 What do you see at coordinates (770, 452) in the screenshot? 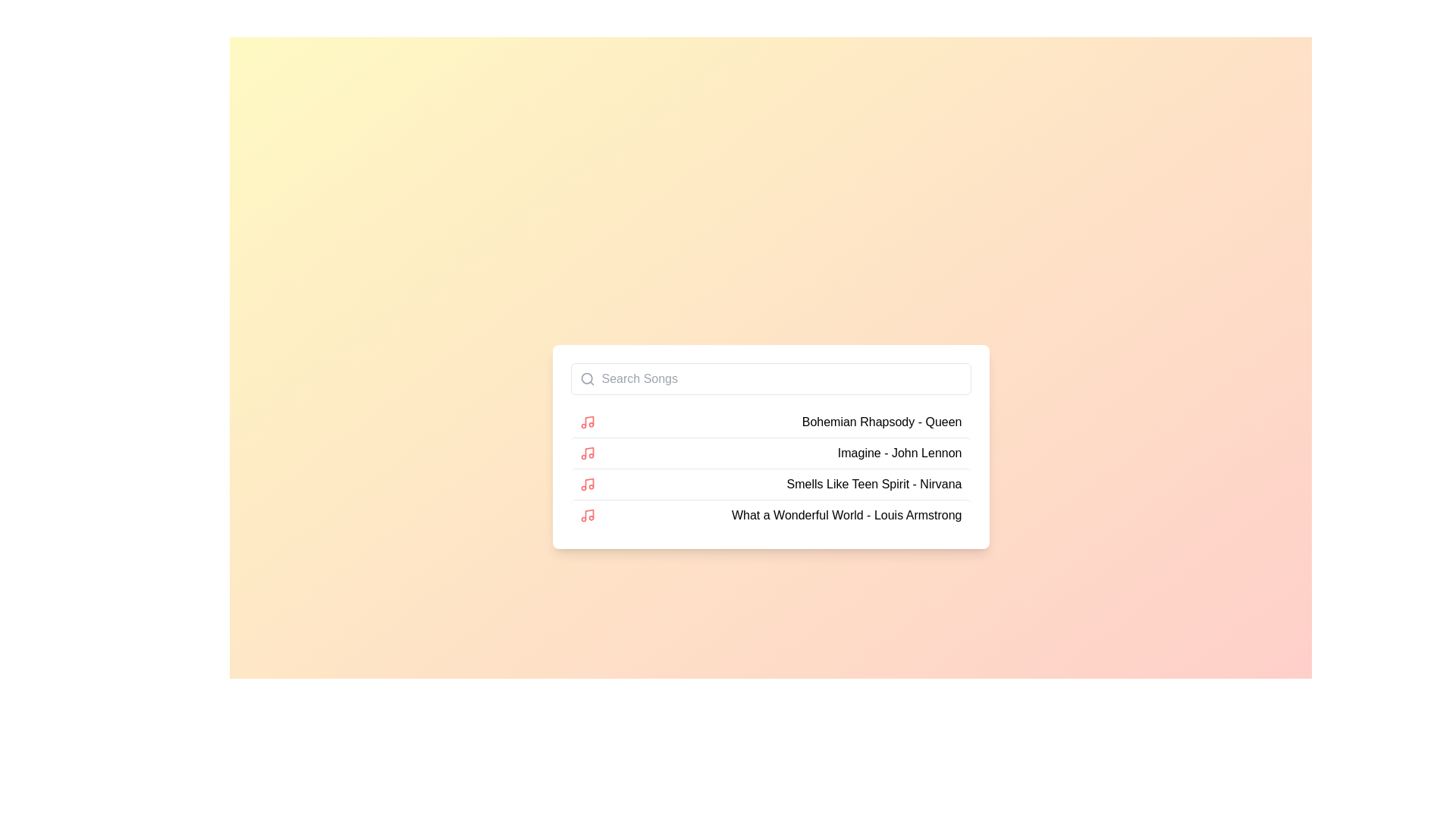
I see `the selectable list item for the song 'Imagine - John Lennon', which is the second row in the song list, to activate the hover effect` at bounding box center [770, 452].